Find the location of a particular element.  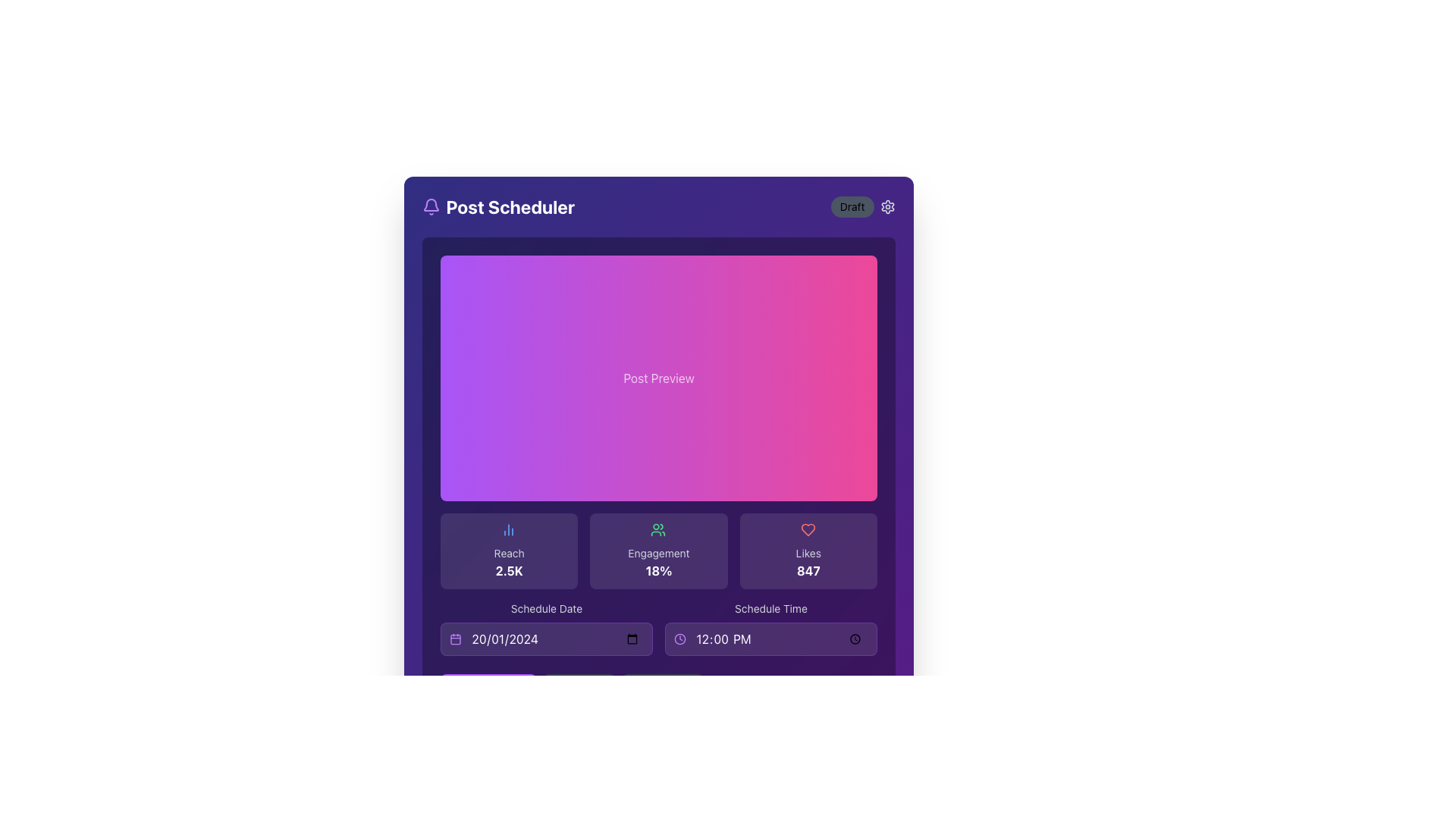

the 'Post Preview' text label, which is centrally positioned within a rounded rectangular box against a gradient background transitioning from purple to pink is located at coordinates (658, 377).